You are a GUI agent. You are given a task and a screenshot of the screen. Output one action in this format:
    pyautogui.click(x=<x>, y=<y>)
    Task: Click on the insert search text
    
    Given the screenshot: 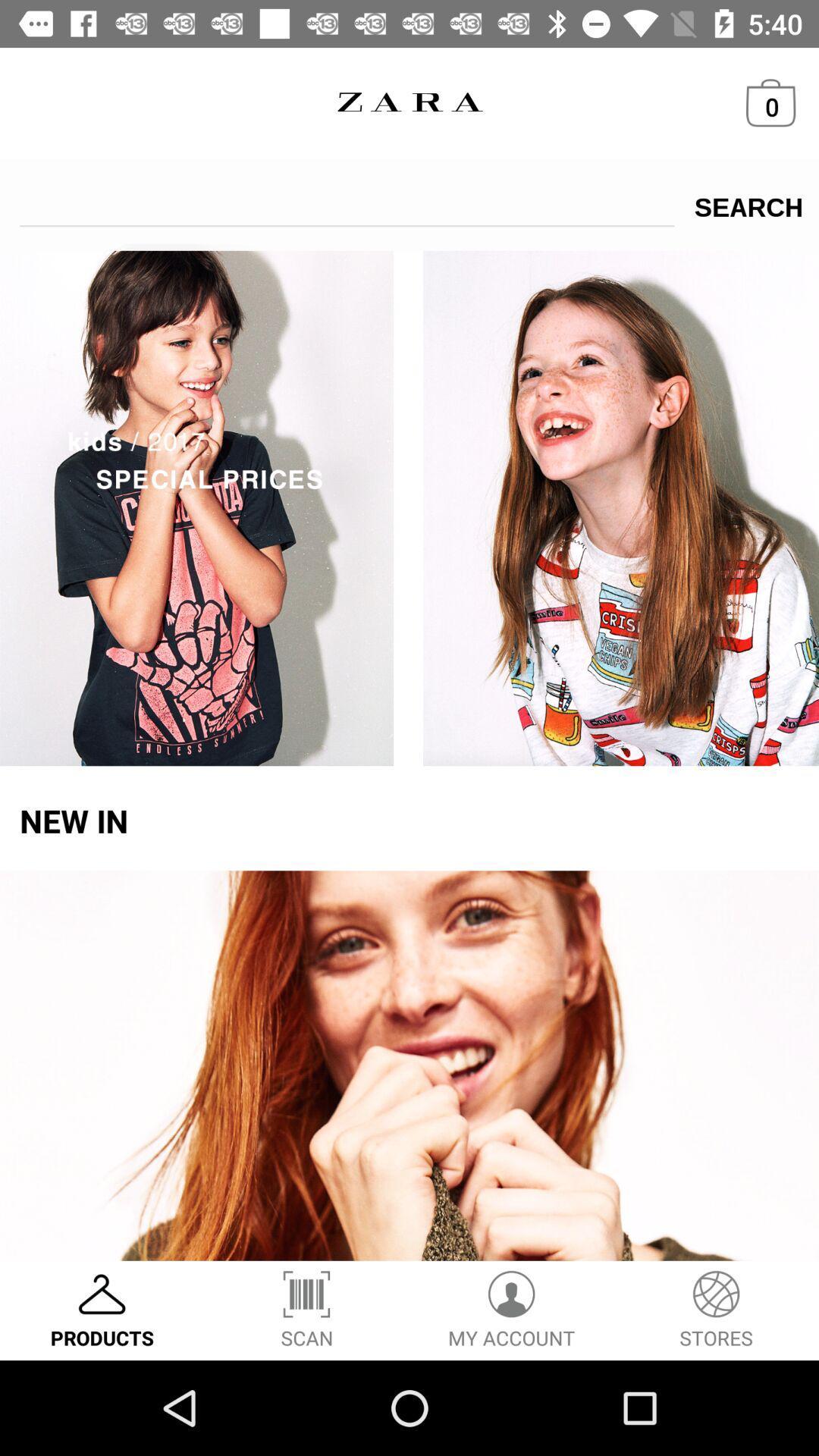 What is the action you would take?
    pyautogui.click(x=347, y=201)
    